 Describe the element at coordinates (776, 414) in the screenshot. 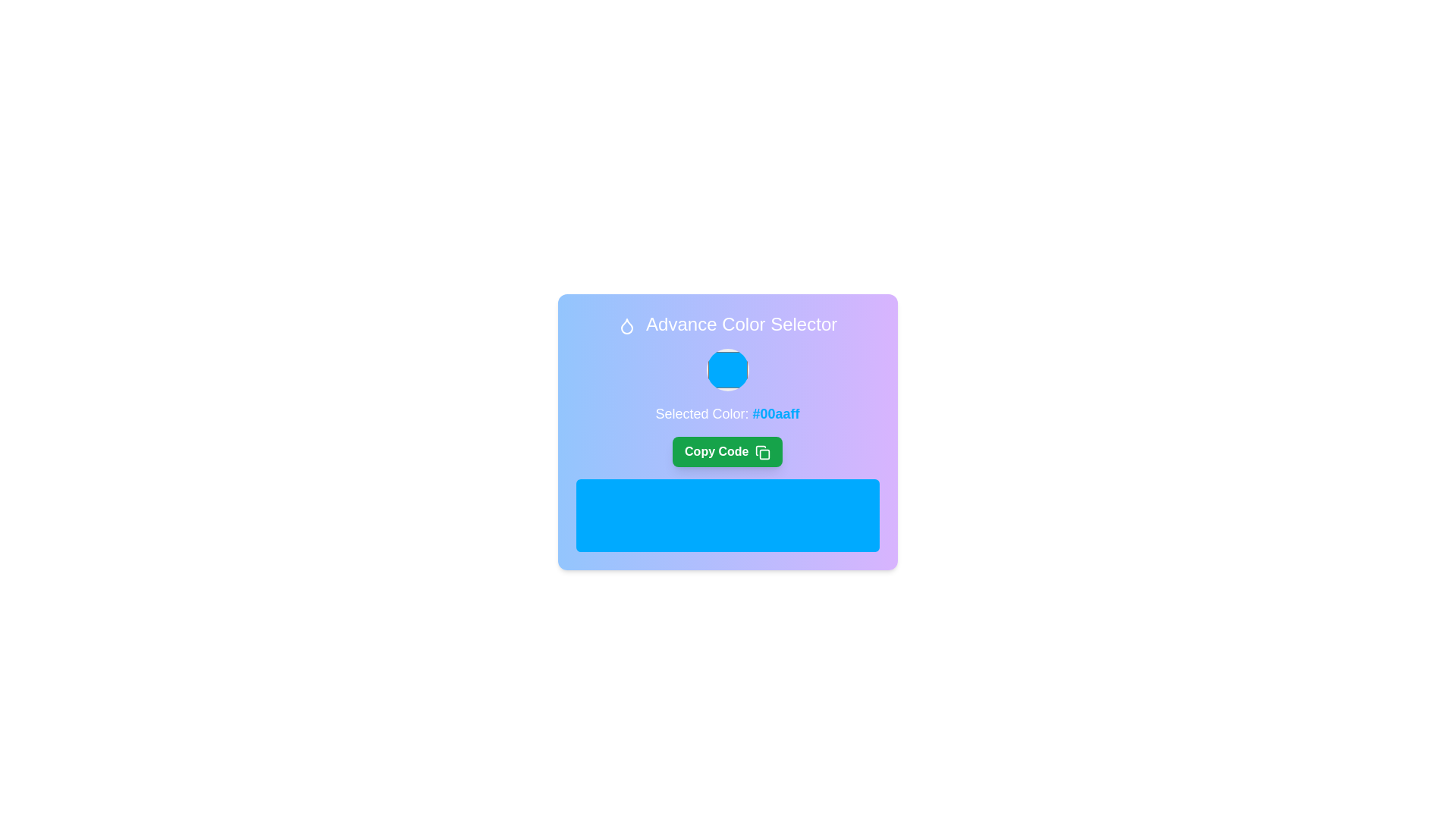

I see `the text label displaying the color code '#00aaff', which is styled in bold blue and is part of the sentence 'Selected Color: #00aaff'` at that location.